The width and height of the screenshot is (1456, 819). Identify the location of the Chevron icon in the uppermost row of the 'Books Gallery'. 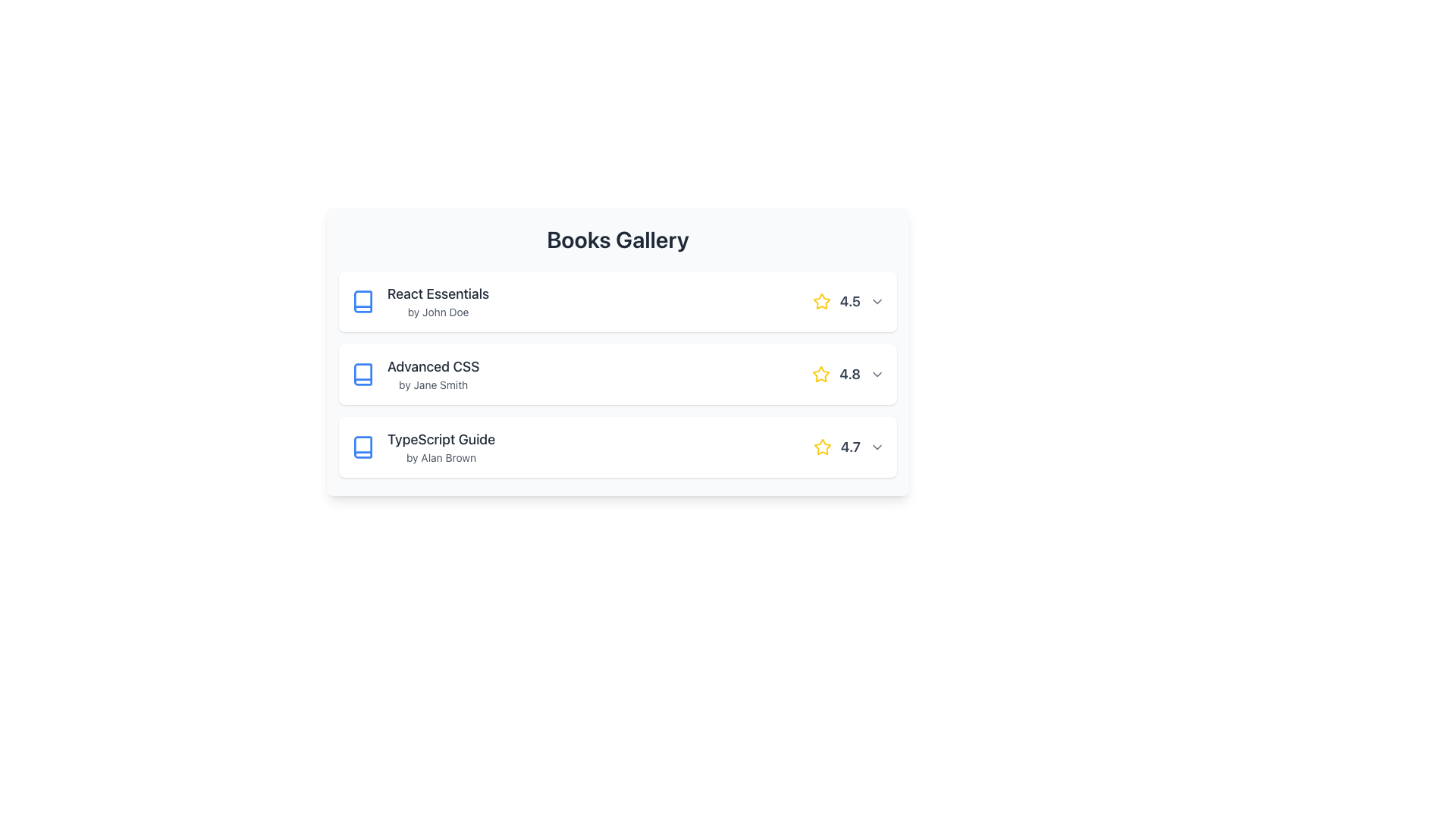
(877, 301).